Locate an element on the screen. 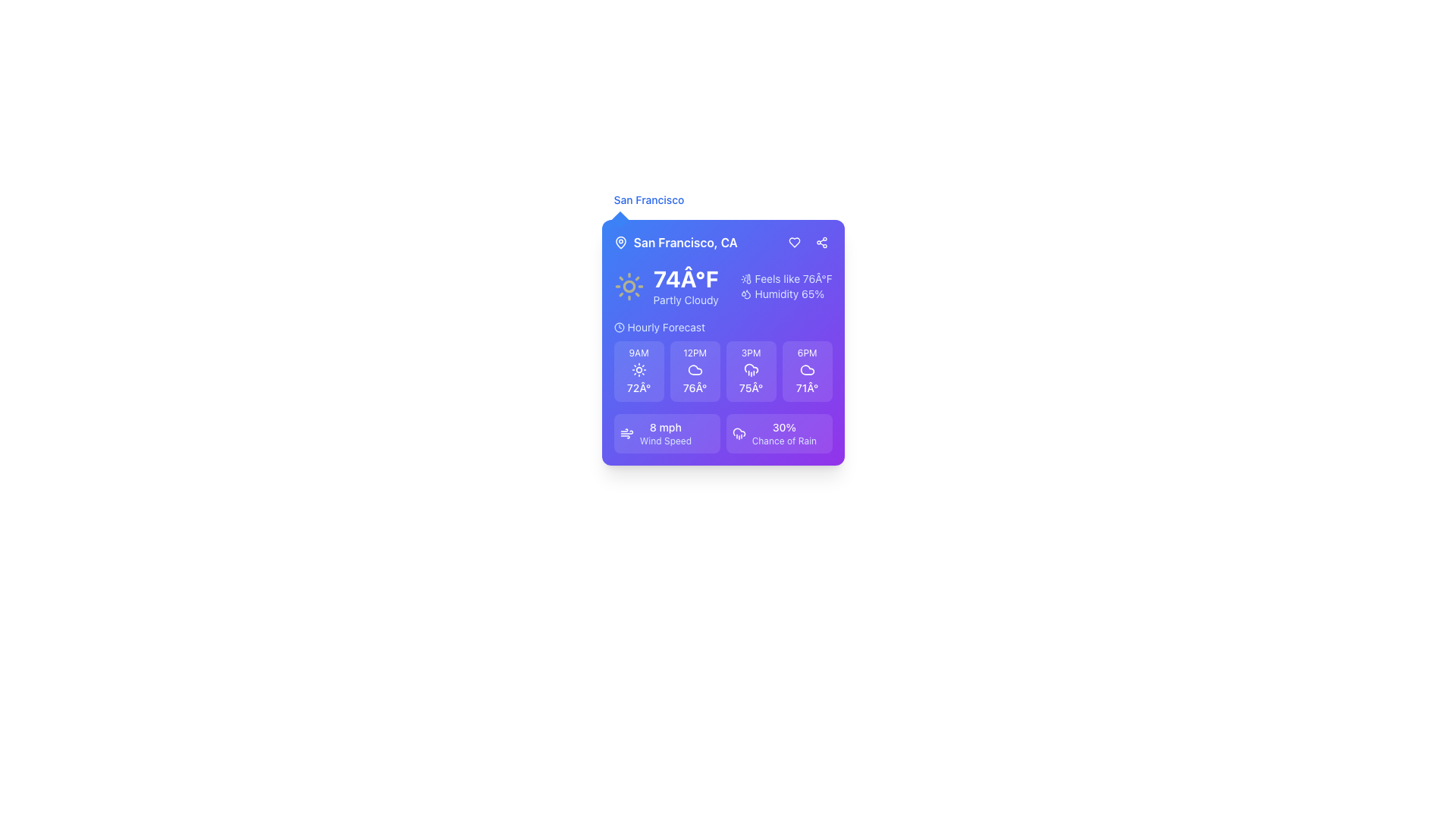 The height and width of the screenshot is (819, 1456). the thermometer icon with a sun motif, which is positioned to the left of the text 'Feels like 76°F' in the upper-right quadrant of the weather card widget is located at coordinates (746, 278).